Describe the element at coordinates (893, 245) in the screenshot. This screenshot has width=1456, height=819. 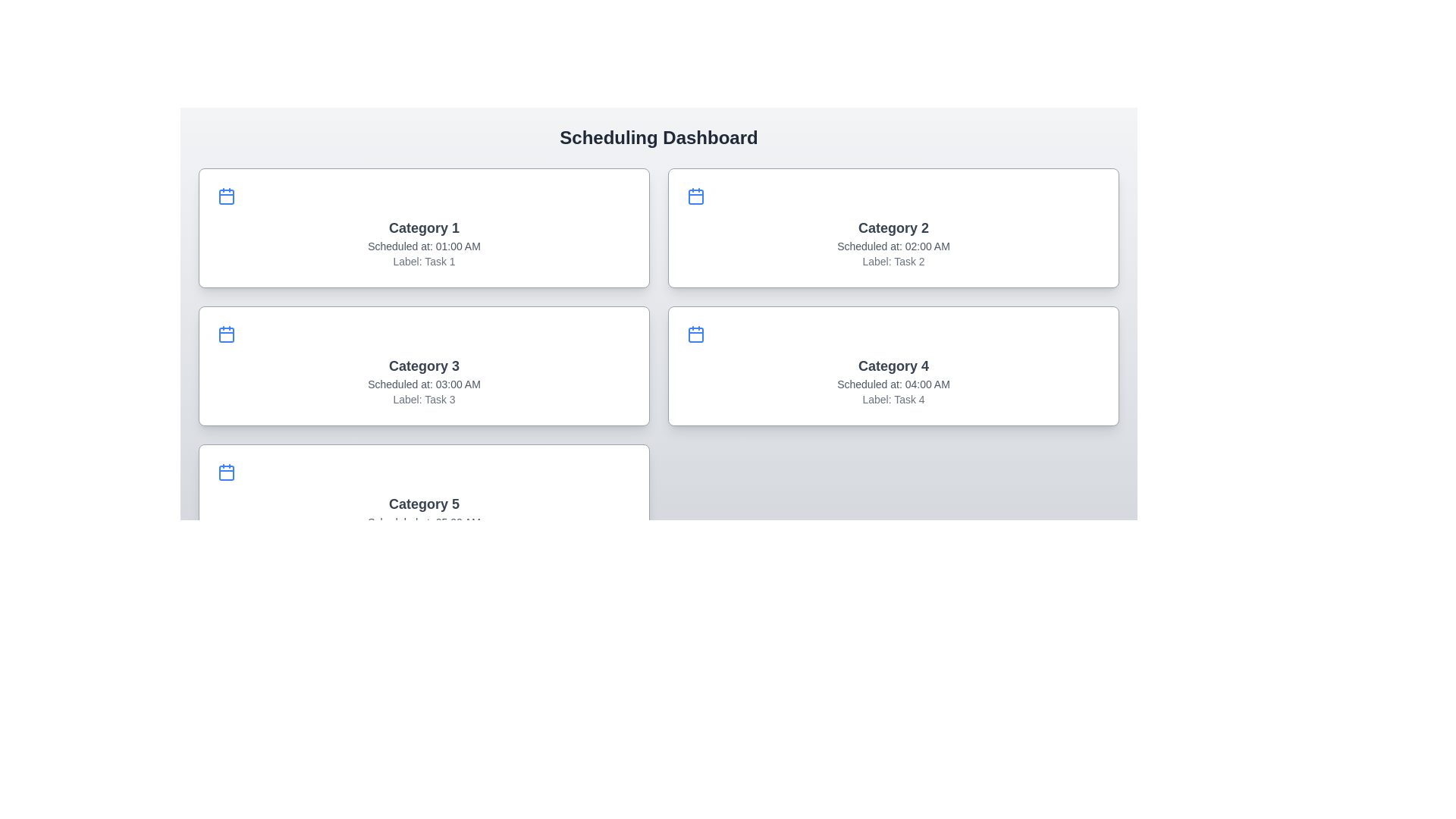
I see `text content of the label displaying 'Scheduled at: 02:00 AM', located below the 'Category 2' title and above the 'Label: Task 2' text within the bordered card` at that location.